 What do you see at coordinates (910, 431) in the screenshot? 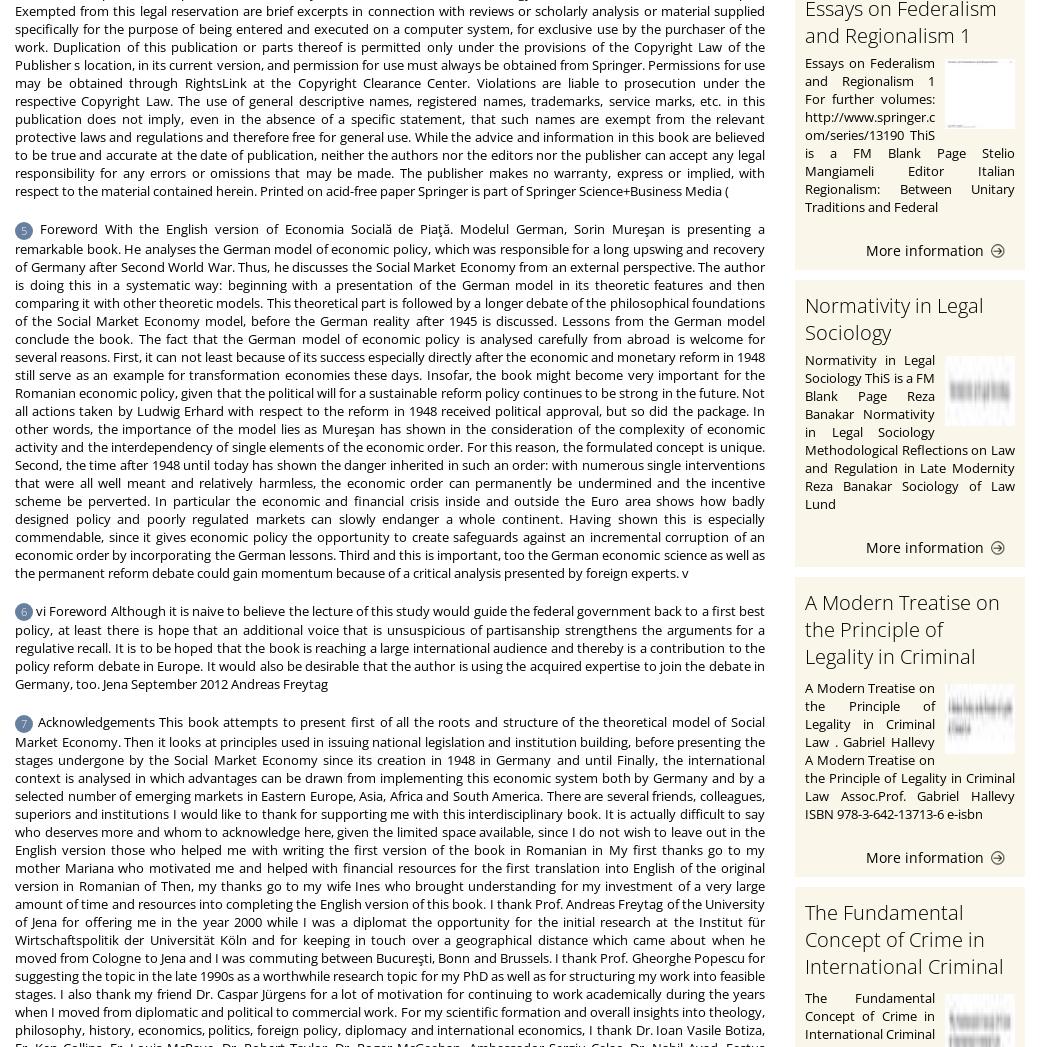
I see `'Normativity in Legal Sociology ThiS is a FM Blank Page Reza Banakar Normativity in Legal Sociology Methodological Reflections on Law and Regulation in Late Modernity Reza Banakar Sociology of Law Lund'` at bounding box center [910, 431].